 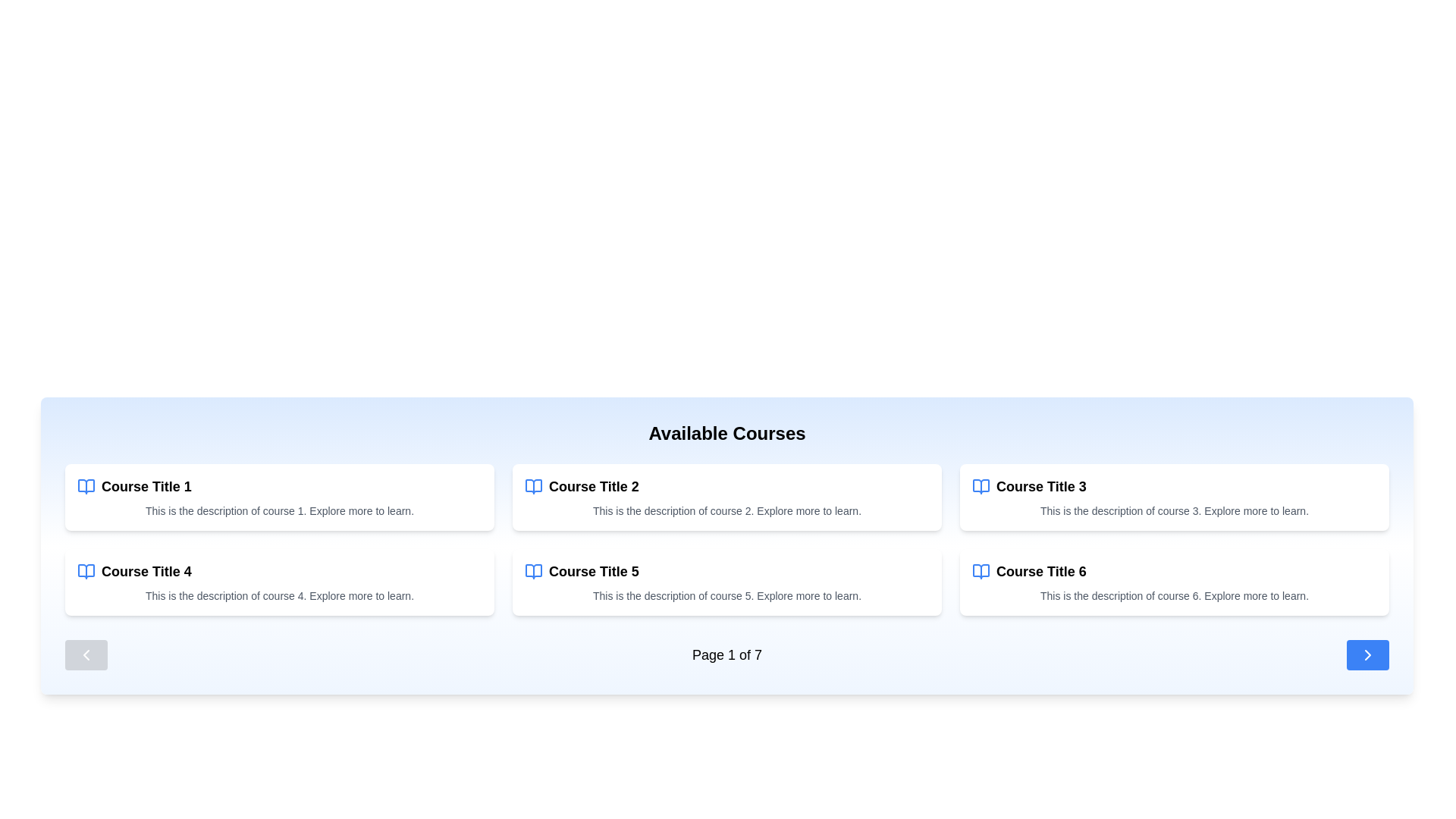 I want to click on the blue button with a rightward chevron arrow icon located on the far right side of the bottom navigation bar, so click(x=1368, y=654).